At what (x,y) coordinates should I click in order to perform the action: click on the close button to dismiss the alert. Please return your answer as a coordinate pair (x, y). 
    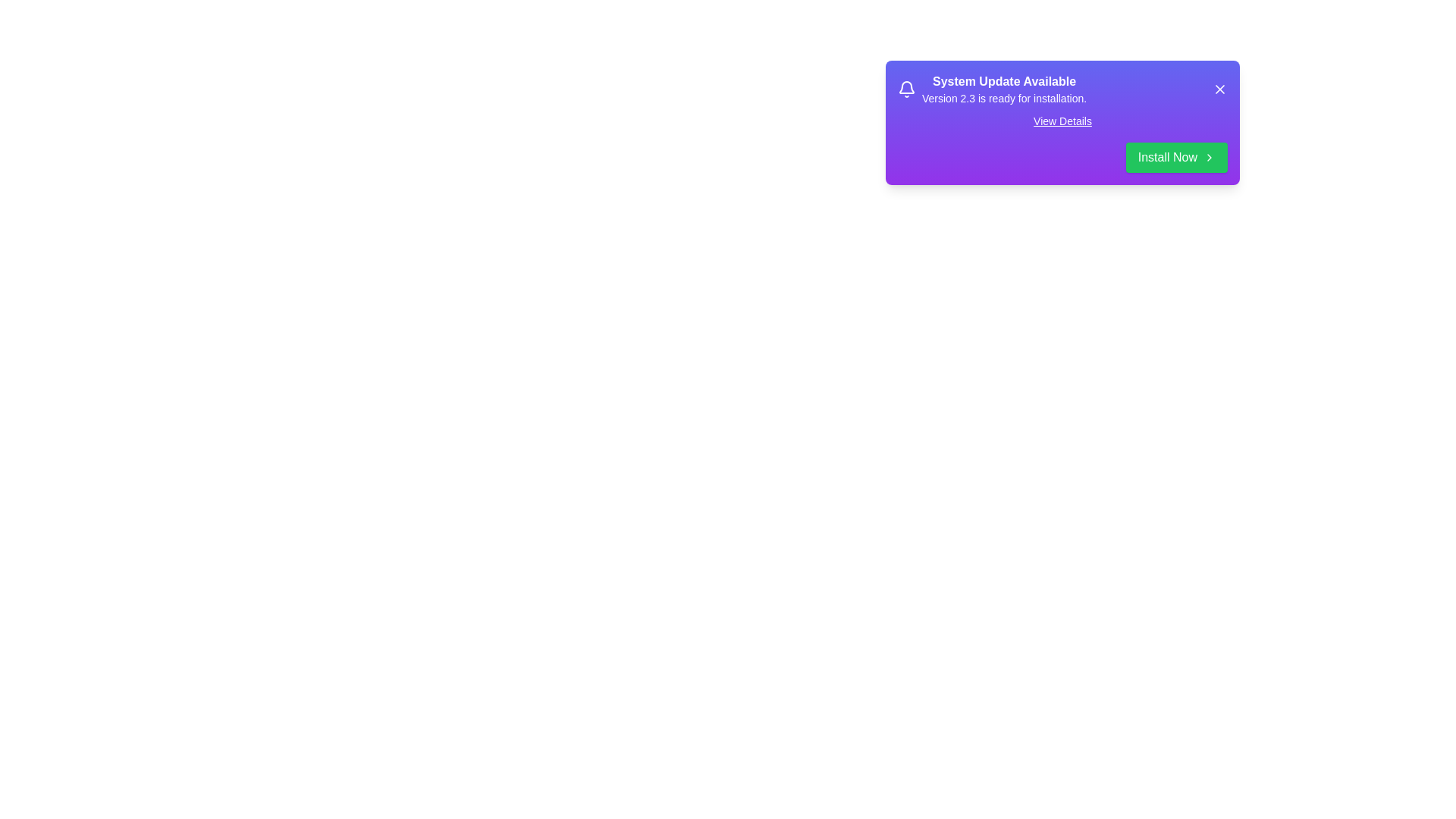
    Looking at the image, I should click on (1219, 89).